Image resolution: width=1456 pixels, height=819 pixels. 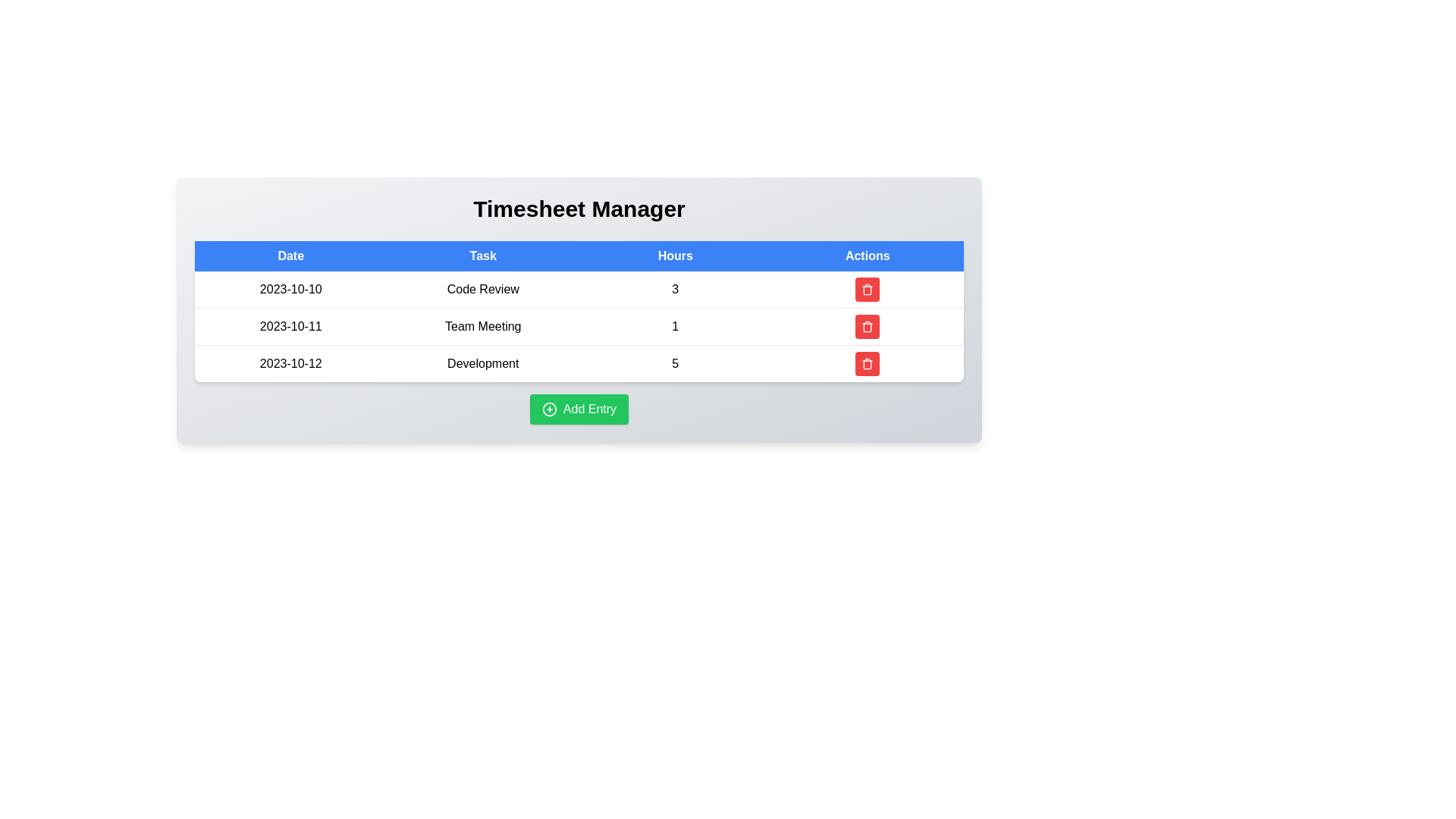 I want to click on text displayed in the Text label located in the first column of the last row of the Timesheet Manager section, which shows the date of the activity entry, so click(x=290, y=363).